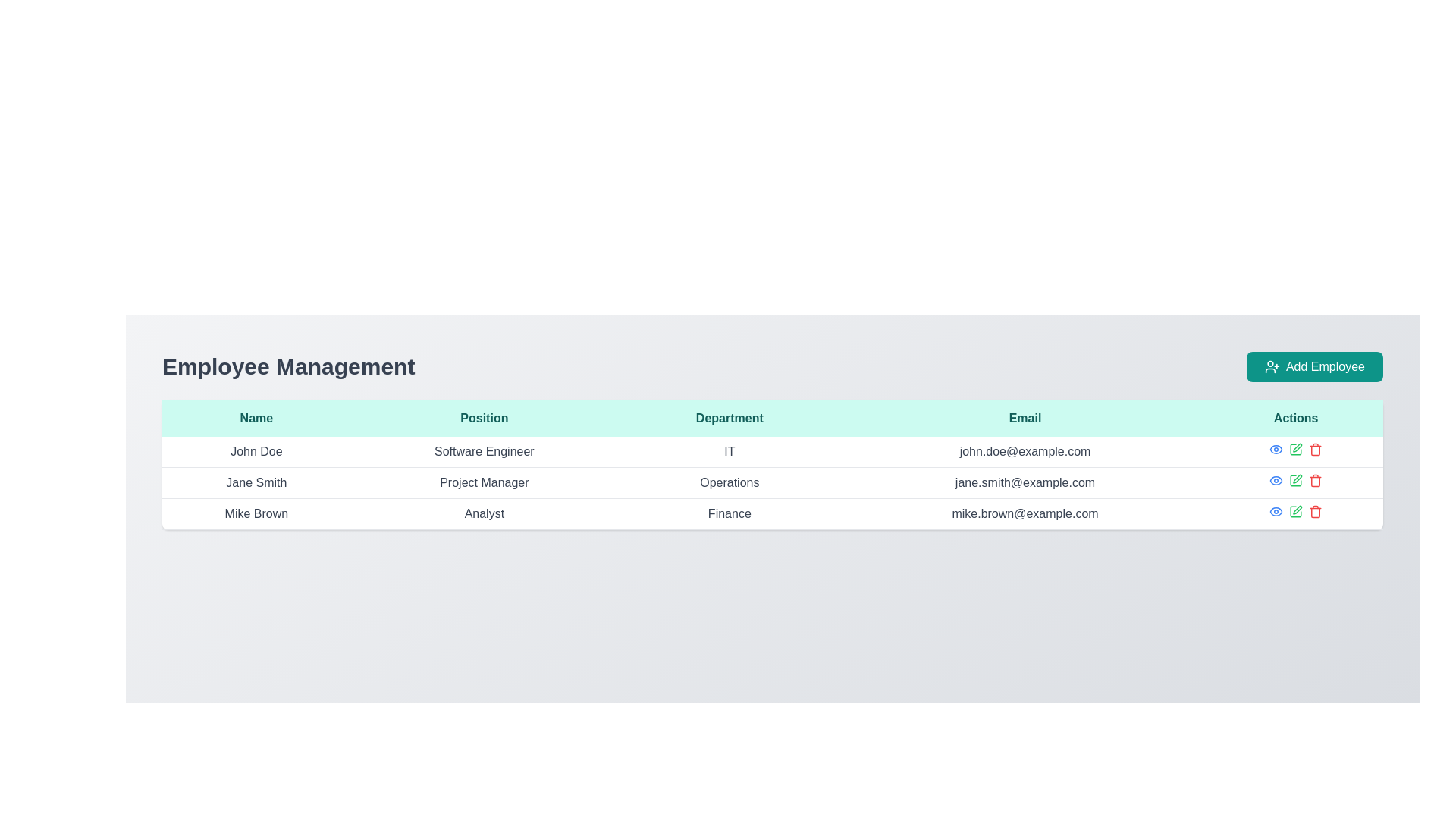 Image resolution: width=1456 pixels, height=819 pixels. I want to click on the 'Project Manager' text label, which is displayed in gray color and centered within the second cell of the row associated with 'Jane Smith' in the 'Position' column, so click(483, 482).